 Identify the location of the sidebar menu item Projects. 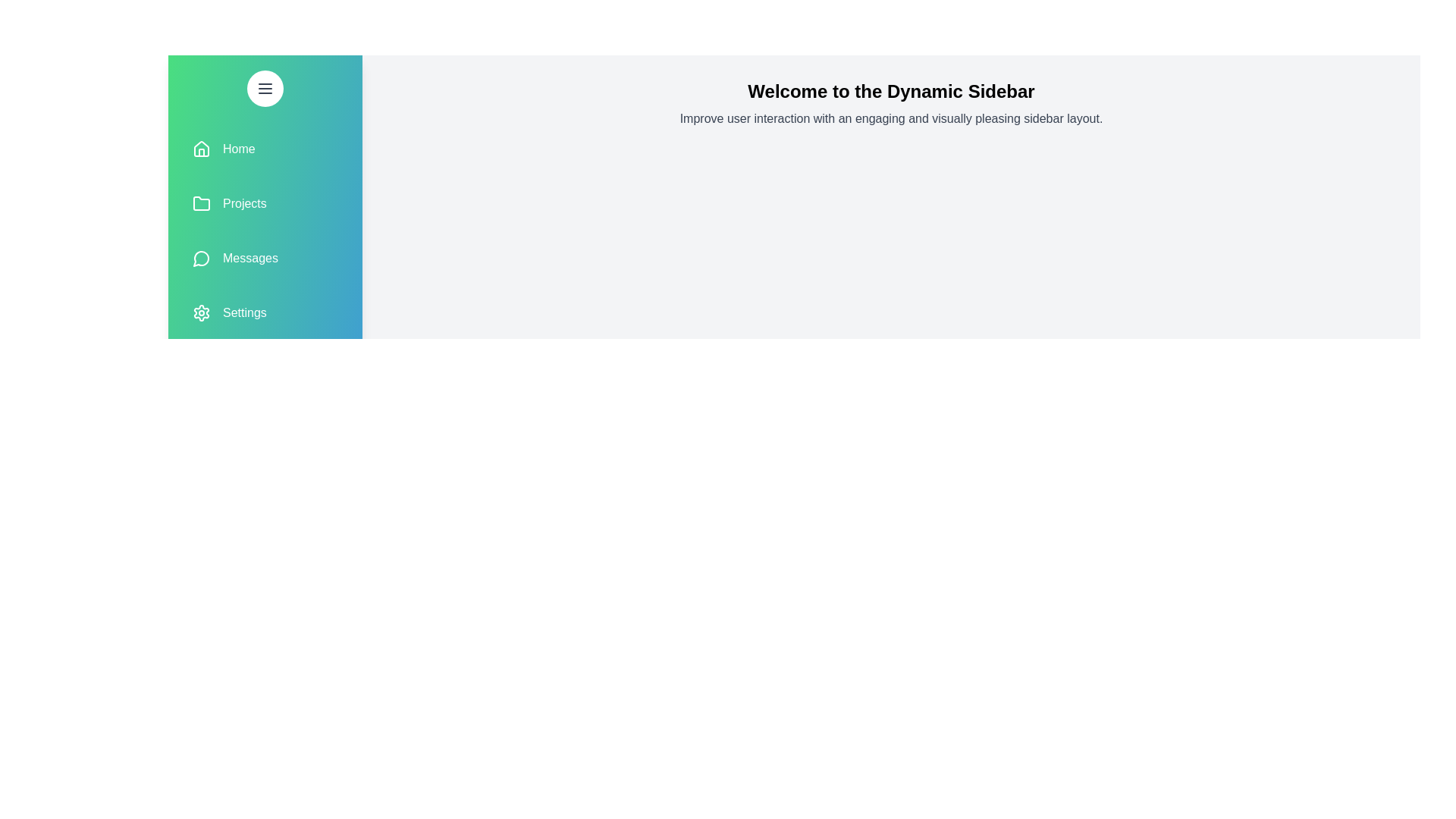
(265, 203).